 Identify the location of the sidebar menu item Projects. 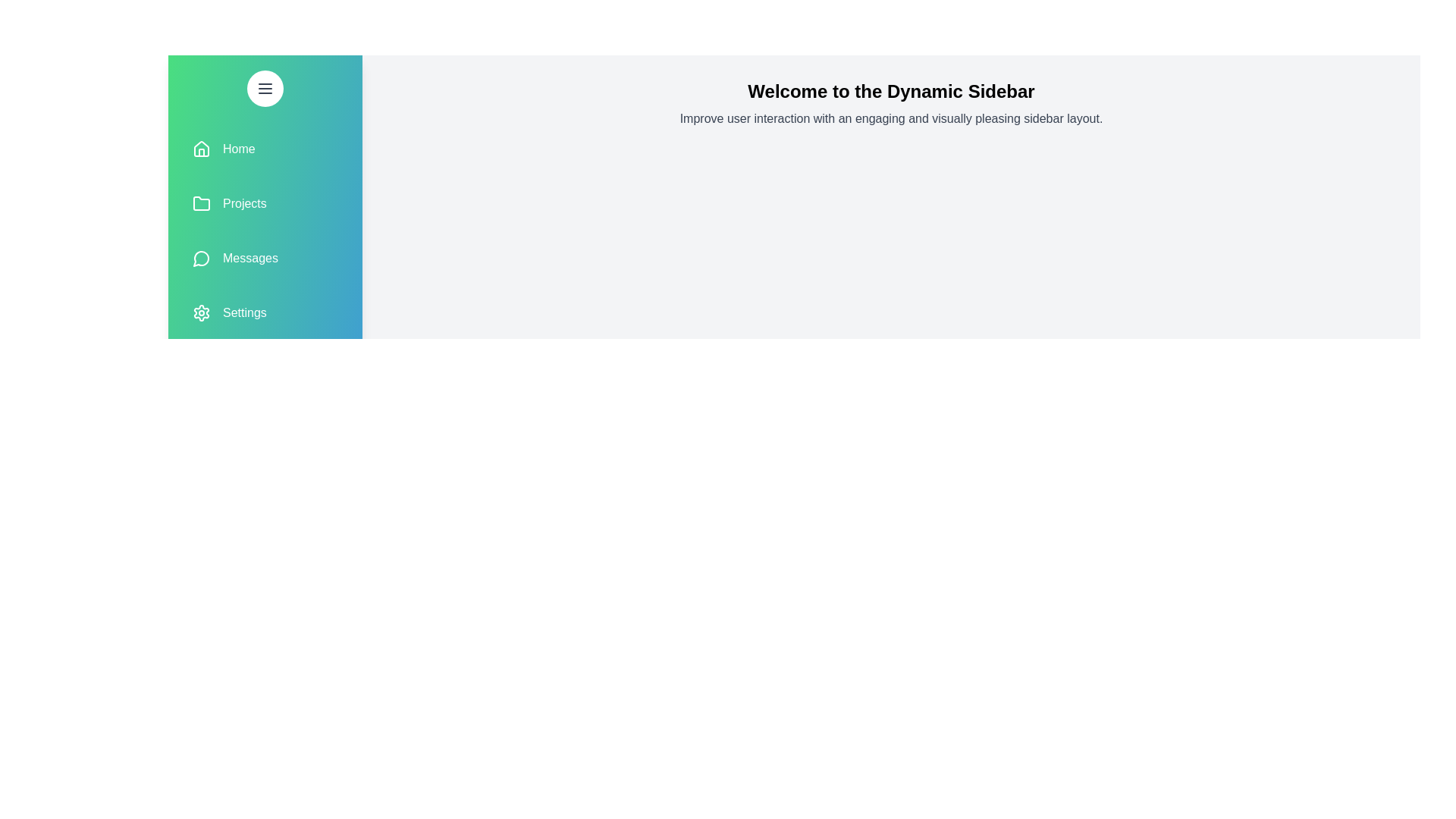
(265, 203).